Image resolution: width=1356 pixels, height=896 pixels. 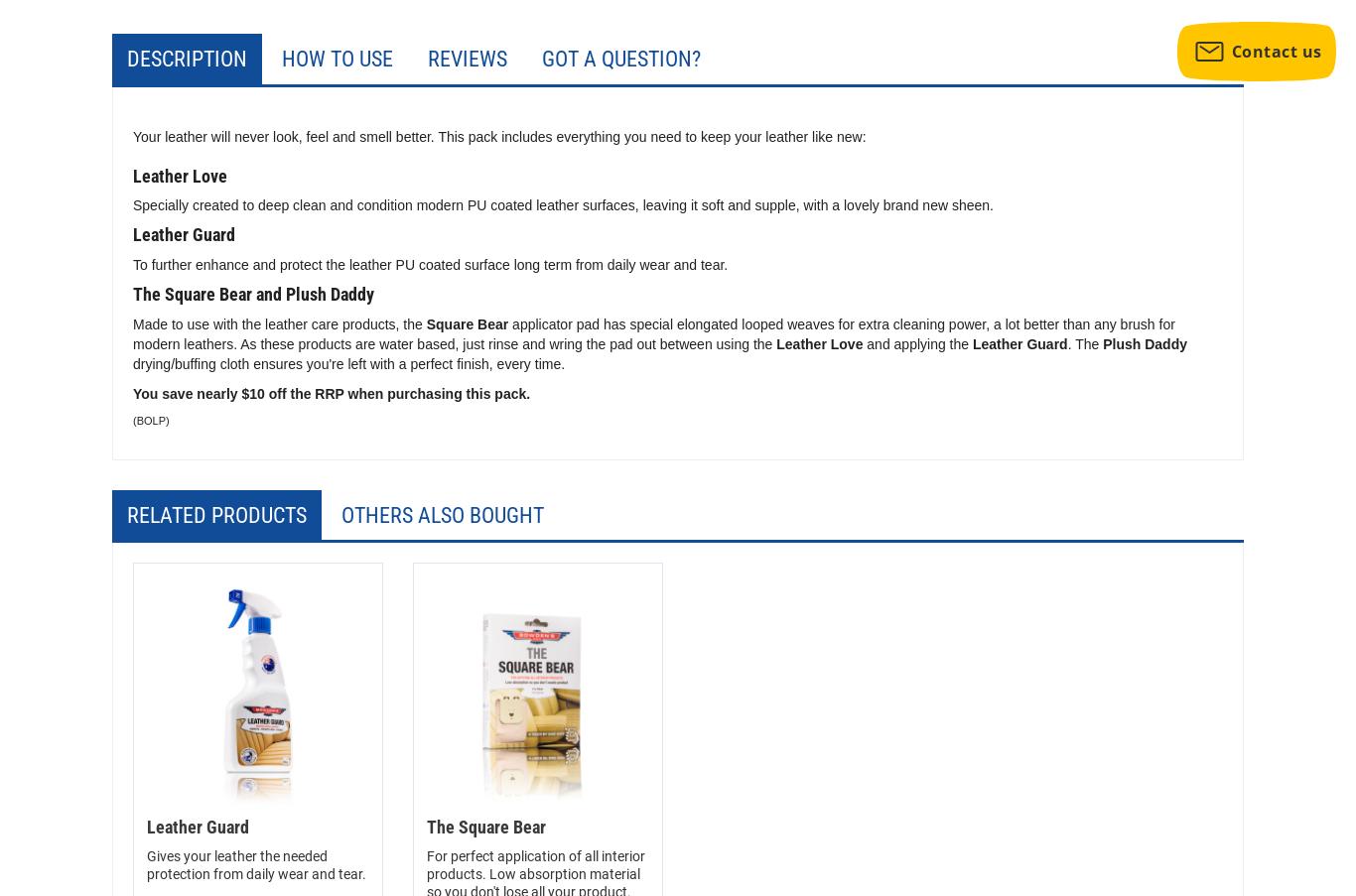 What do you see at coordinates (125, 58) in the screenshot?
I see `'Description'` at bounding box center [125, 58].